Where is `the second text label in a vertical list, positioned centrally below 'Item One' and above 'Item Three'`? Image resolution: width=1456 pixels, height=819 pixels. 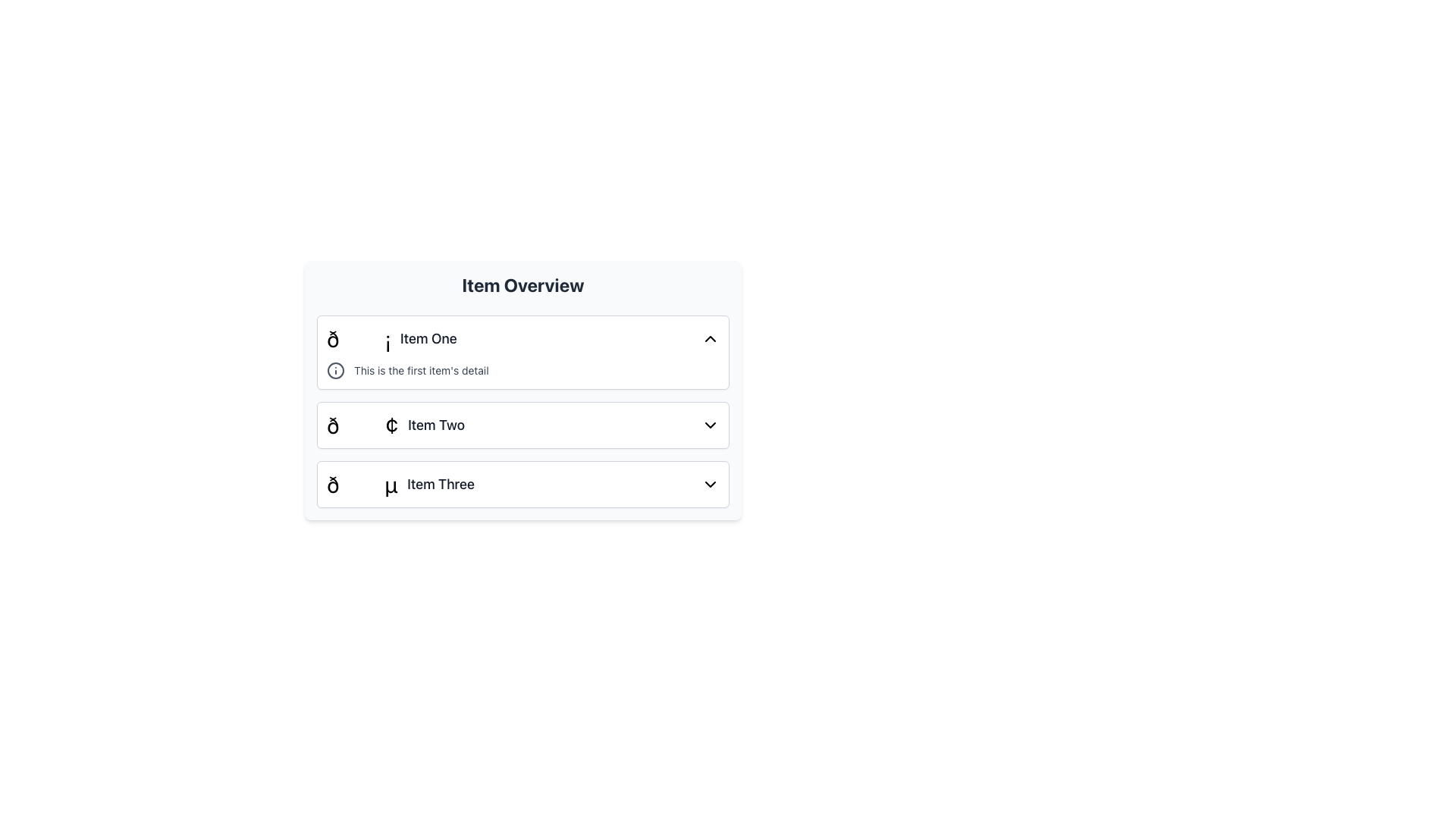
the second text label in a vertical list, positioned centrally below 'Item One' and above 'Item Three' is located at coordinates (435, 425).